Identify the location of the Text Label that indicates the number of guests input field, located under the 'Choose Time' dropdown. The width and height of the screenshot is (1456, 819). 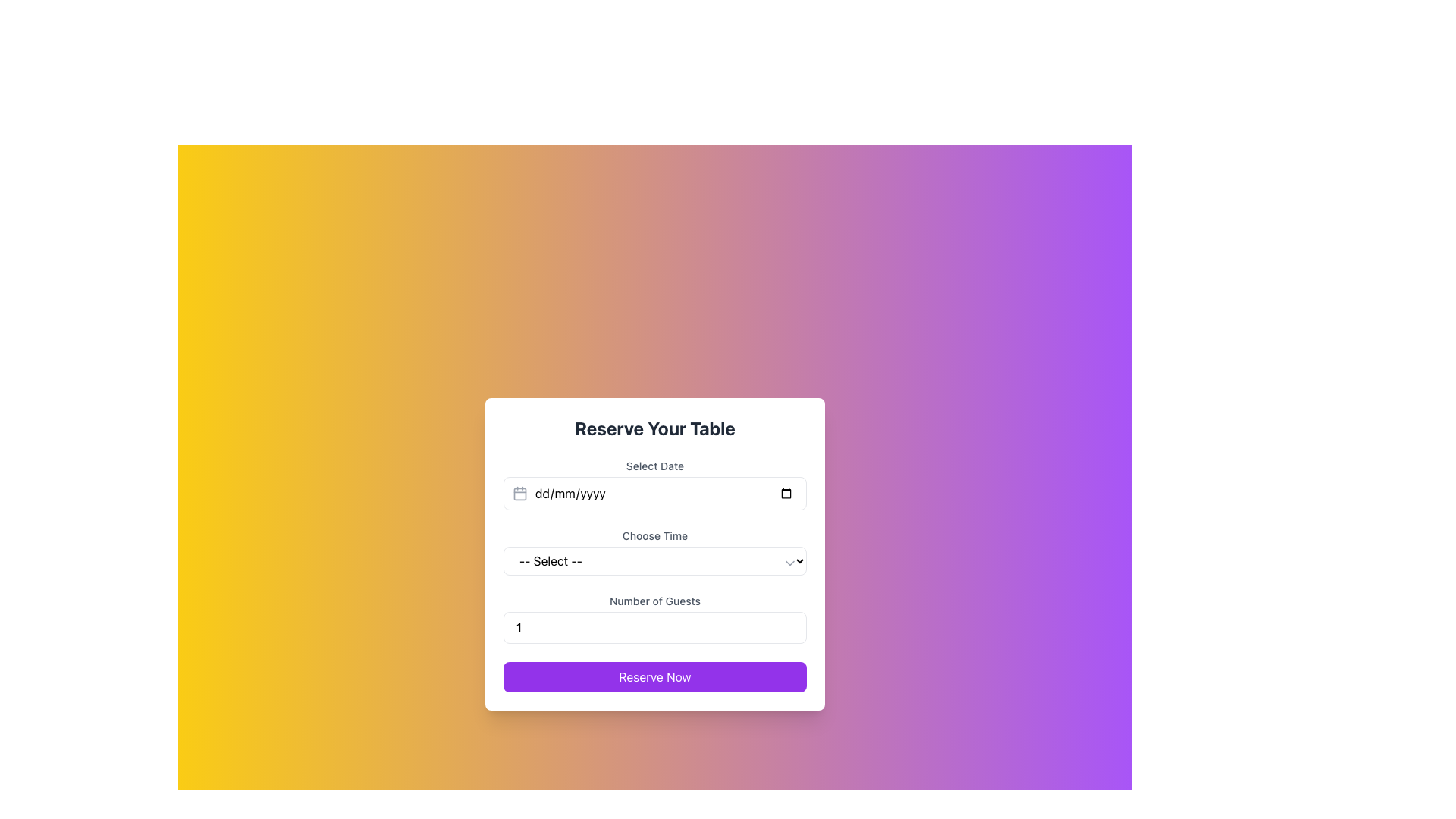
(655, 601).